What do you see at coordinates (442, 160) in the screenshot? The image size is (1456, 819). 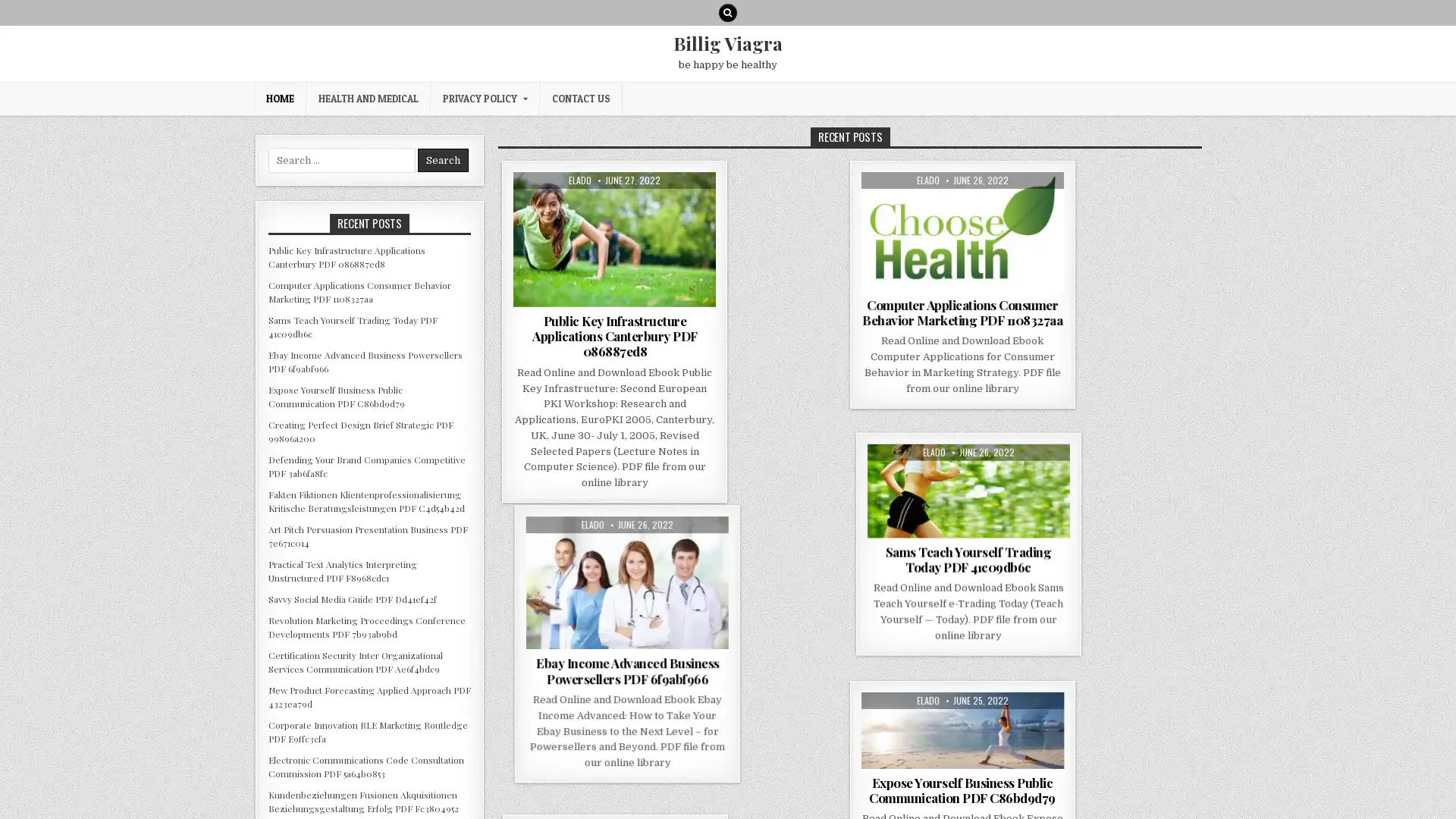 I see `Search` at bounding box center [442, 160].